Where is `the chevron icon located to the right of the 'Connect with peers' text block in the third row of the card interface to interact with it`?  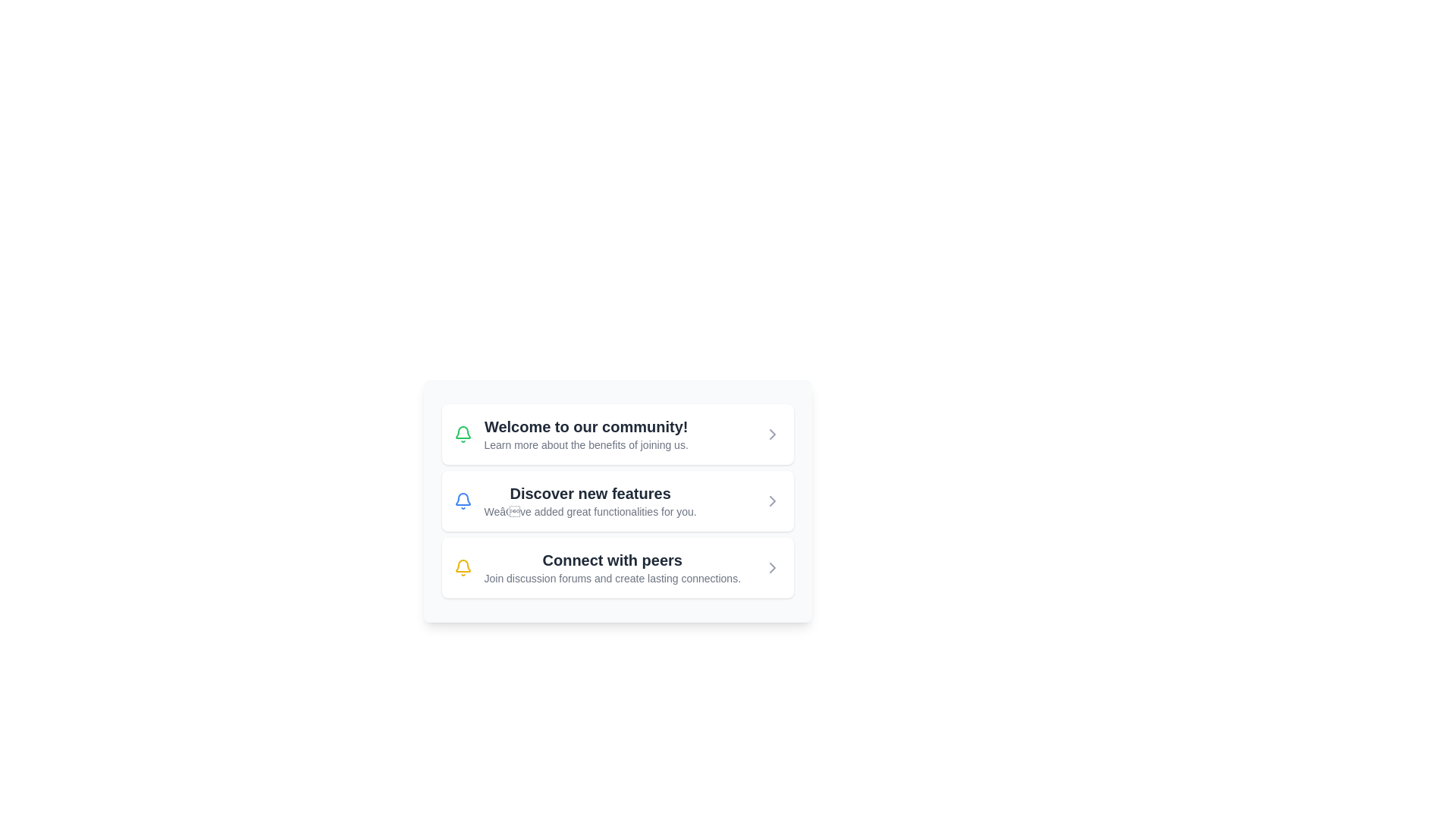 the chevron icon located to the right of the 'Connect with peers' text block in the third row of the card interface to interact with it is located at coordinates (772, 567).